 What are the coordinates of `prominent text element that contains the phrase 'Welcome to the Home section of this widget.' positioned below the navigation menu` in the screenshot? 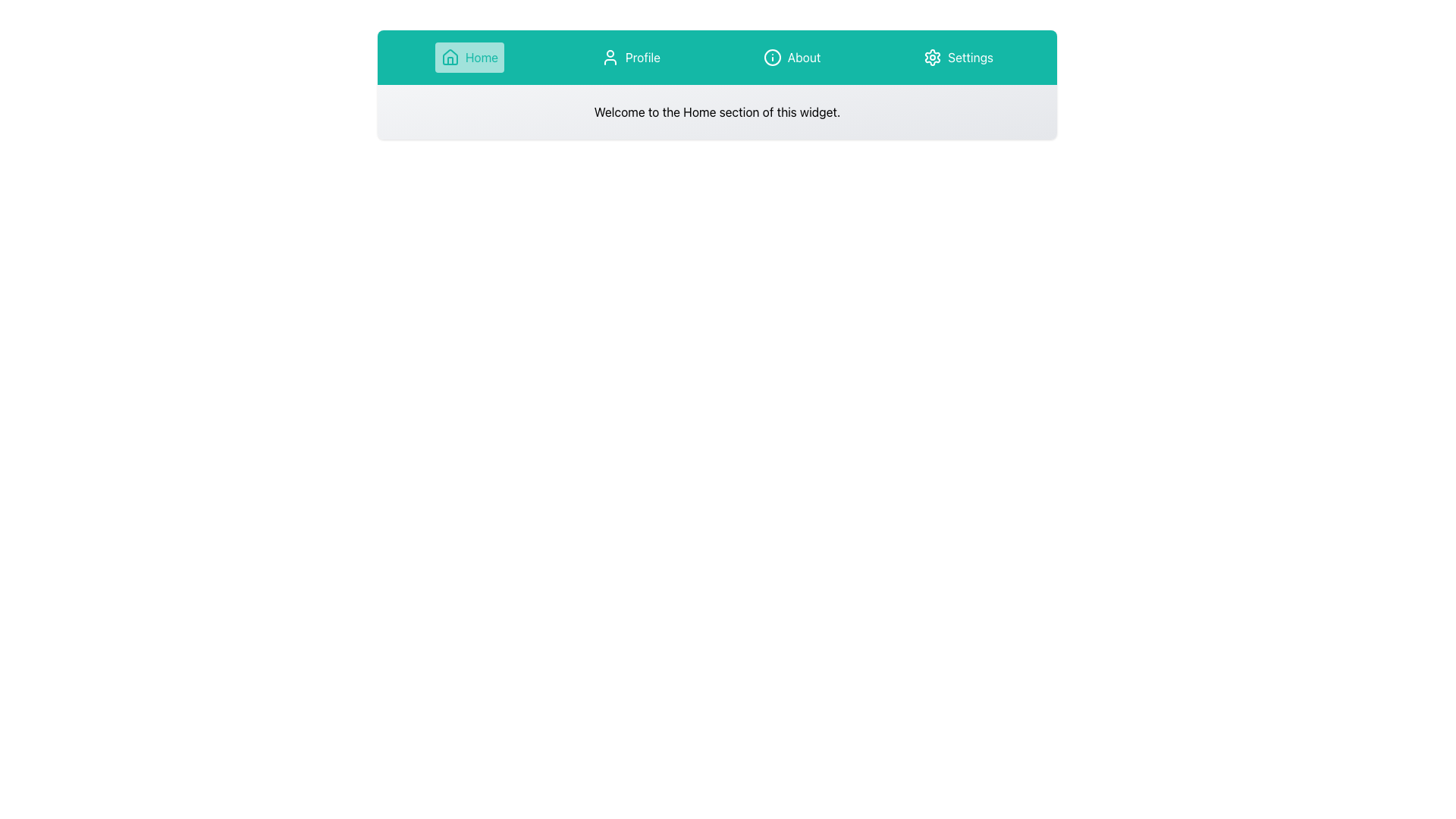 It's located at (716, 111).